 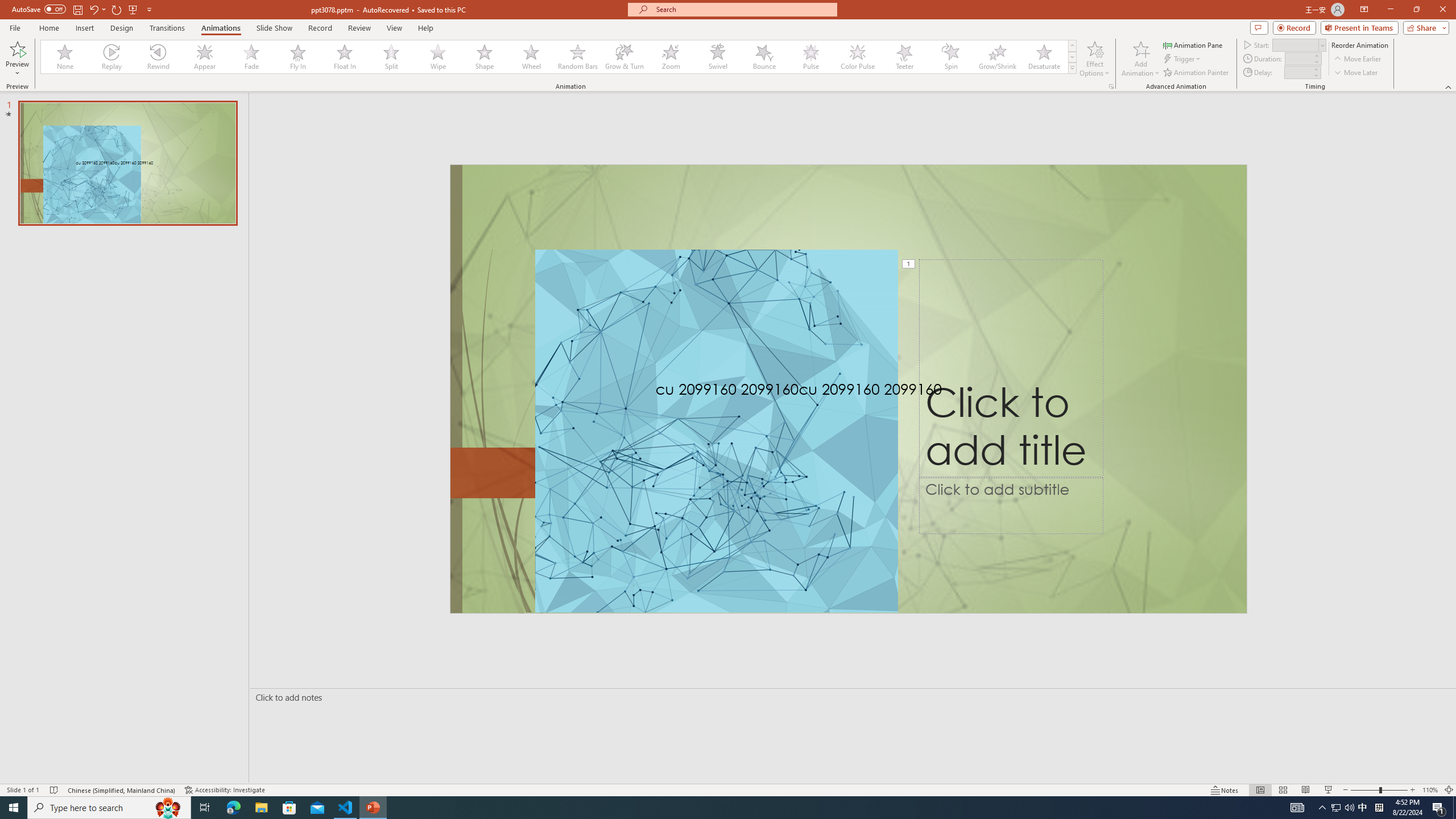 What do you see at coordinates (297, 56) in the screenshot?
I see `'Fly In'` at bounding box center [297, 56].